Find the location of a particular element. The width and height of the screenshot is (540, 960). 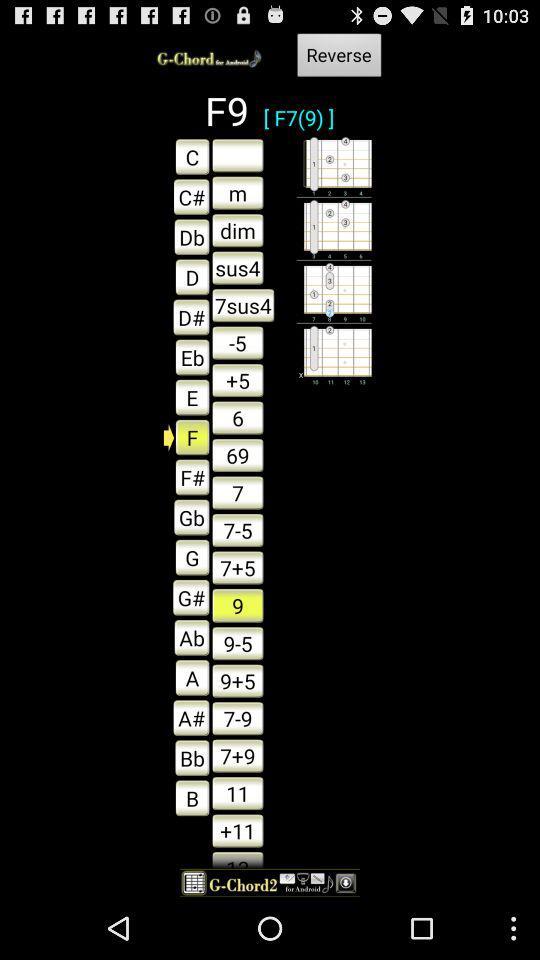

the e icon is located at coordinates (187, 396).